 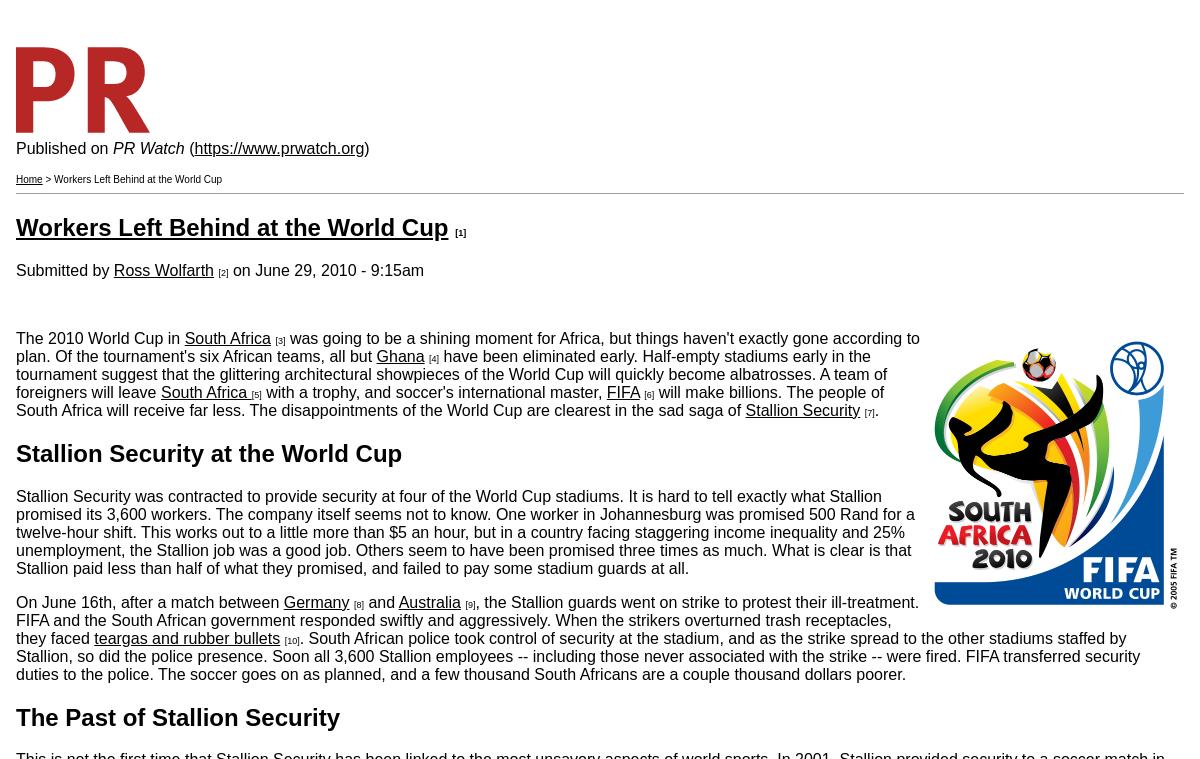 What do you see at coordinates (315, 600) in the screenshot?
I see `'Germany'` at bounding box center [315, 600].